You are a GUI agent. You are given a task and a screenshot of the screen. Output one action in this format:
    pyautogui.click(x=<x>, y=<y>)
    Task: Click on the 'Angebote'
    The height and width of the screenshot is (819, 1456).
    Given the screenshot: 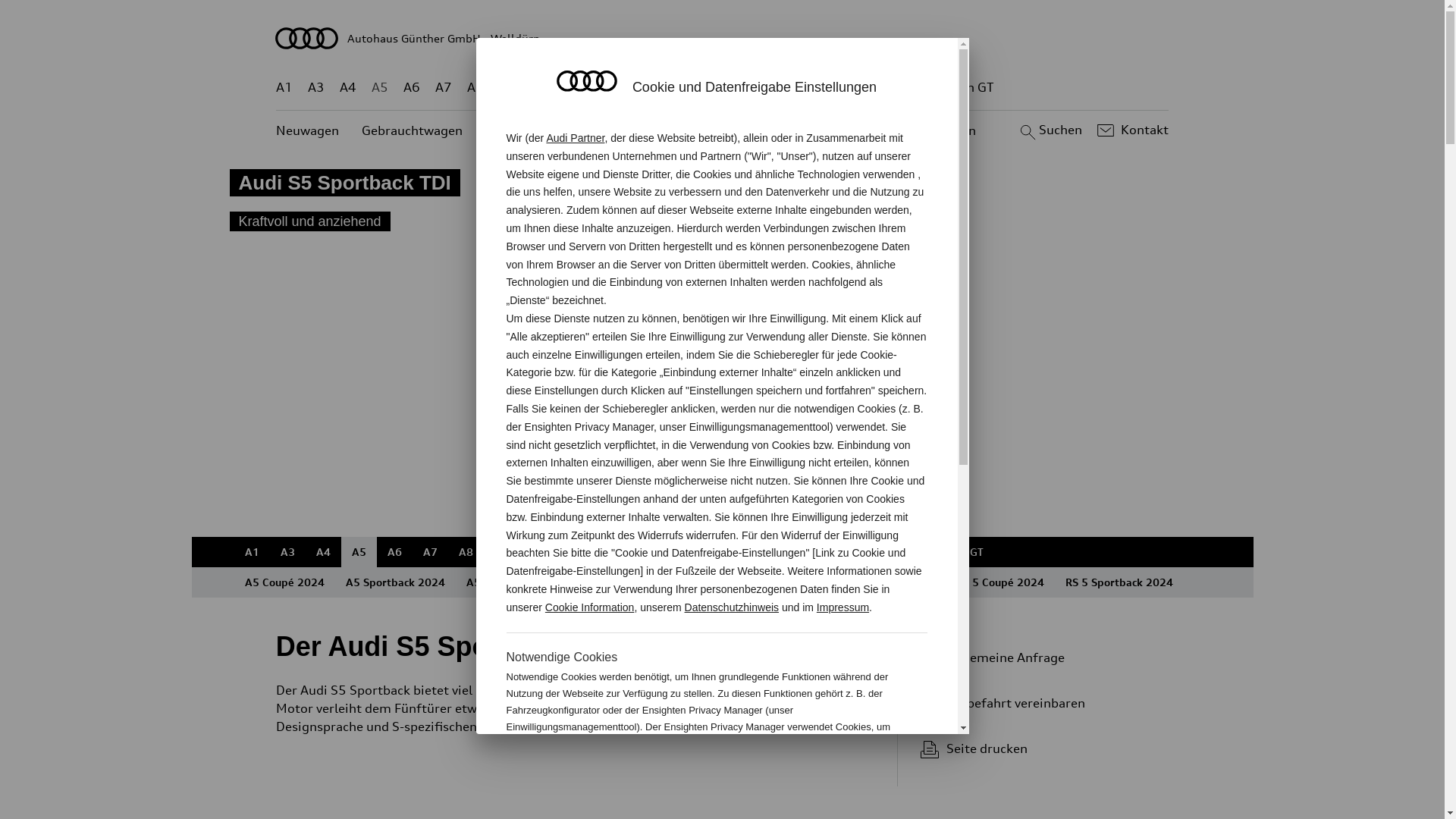 What is the action you would take?
    pyautogui.click(x=607, y=130)
    